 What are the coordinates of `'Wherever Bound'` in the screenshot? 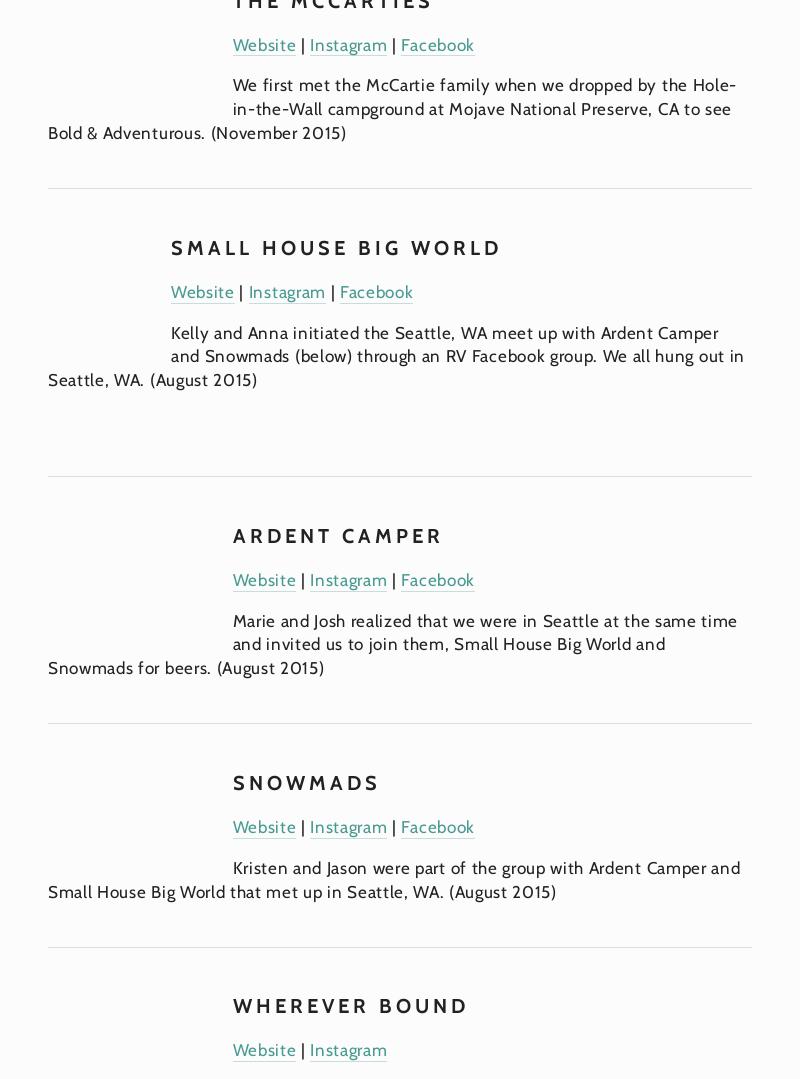 It's located at (354, 1005).